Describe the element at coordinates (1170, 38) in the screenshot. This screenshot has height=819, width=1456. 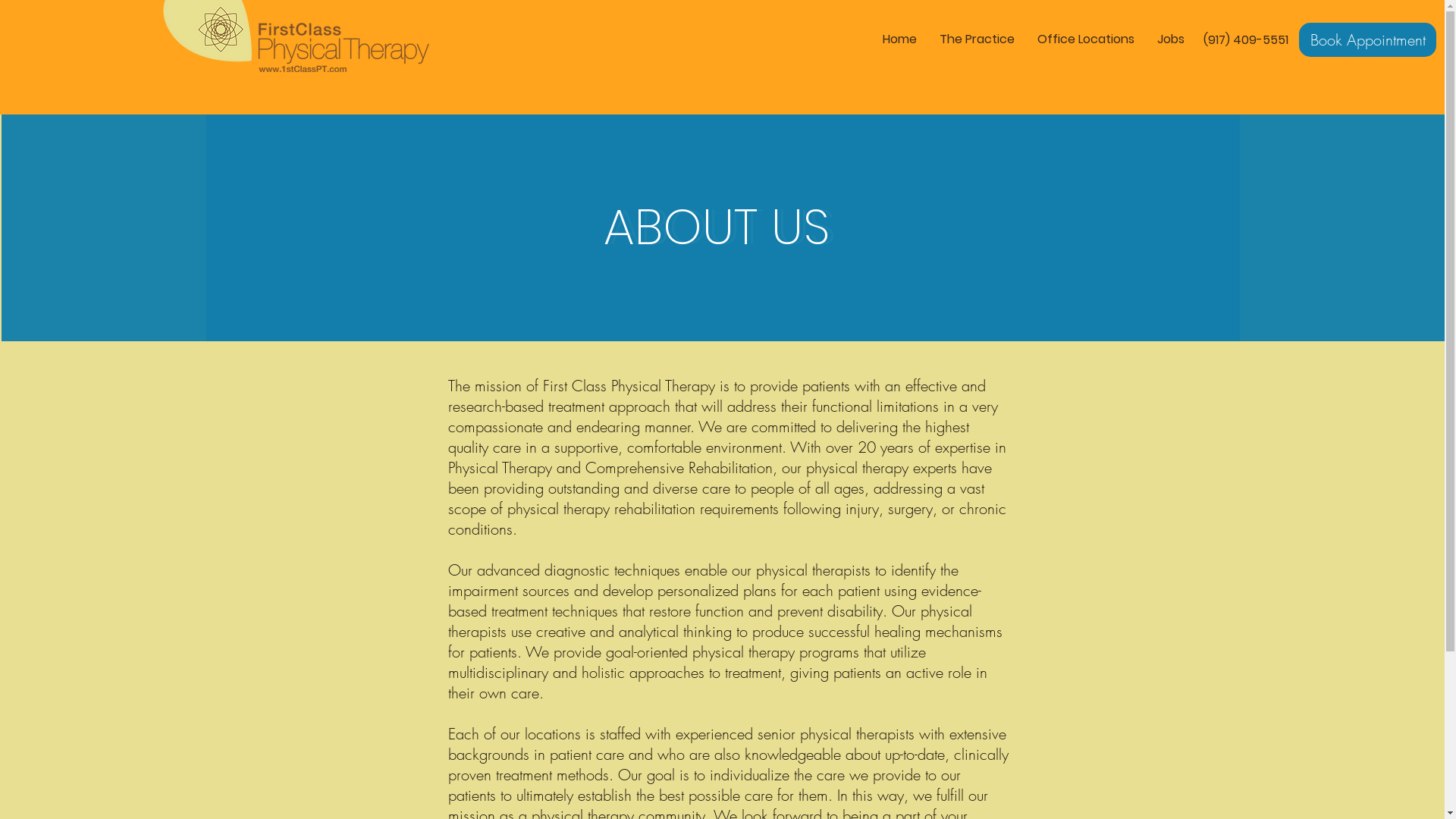
I see `'Jobs'` at that location.